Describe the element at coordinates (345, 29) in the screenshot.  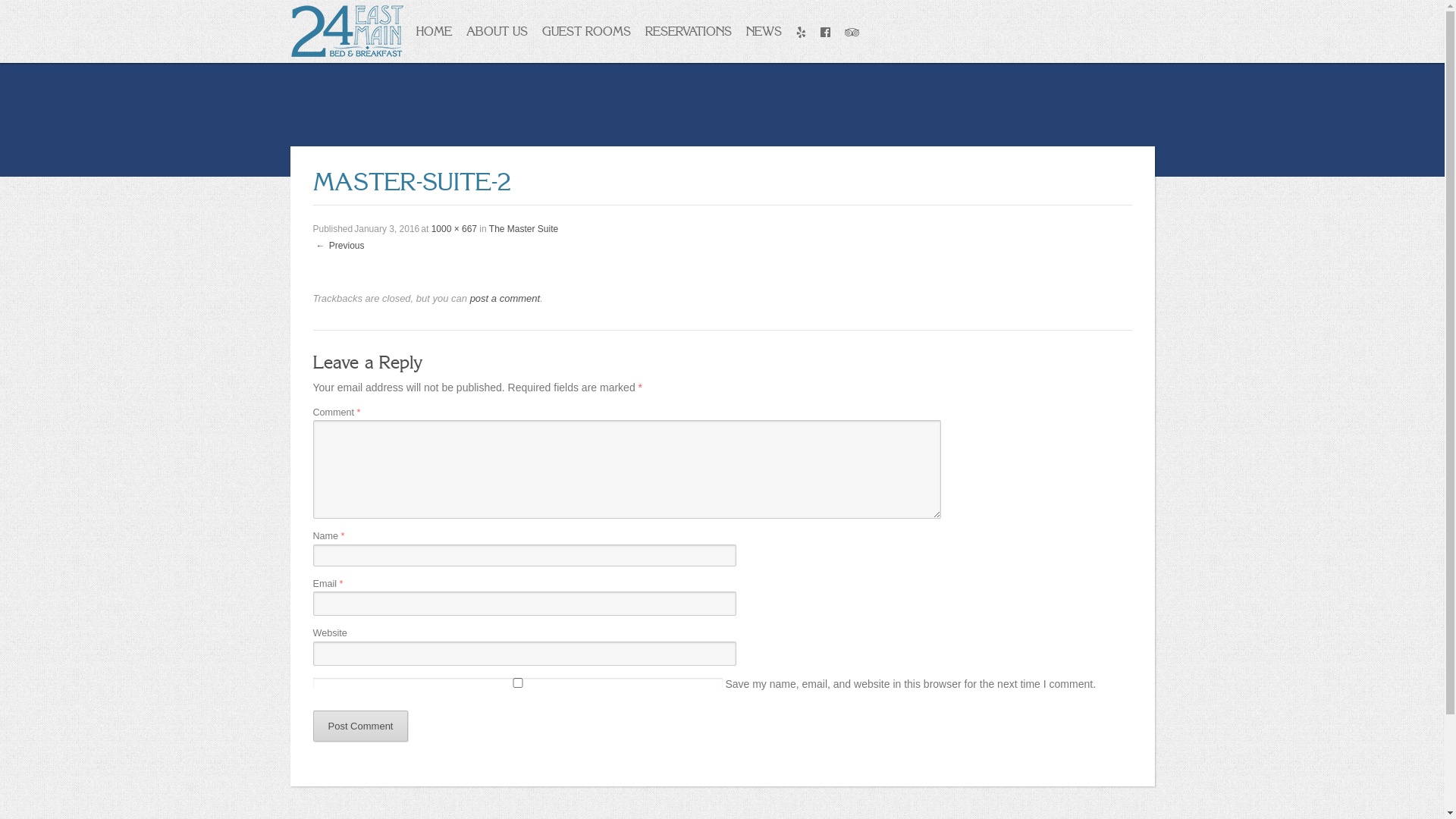
I see `'24 East Main'` at that location.